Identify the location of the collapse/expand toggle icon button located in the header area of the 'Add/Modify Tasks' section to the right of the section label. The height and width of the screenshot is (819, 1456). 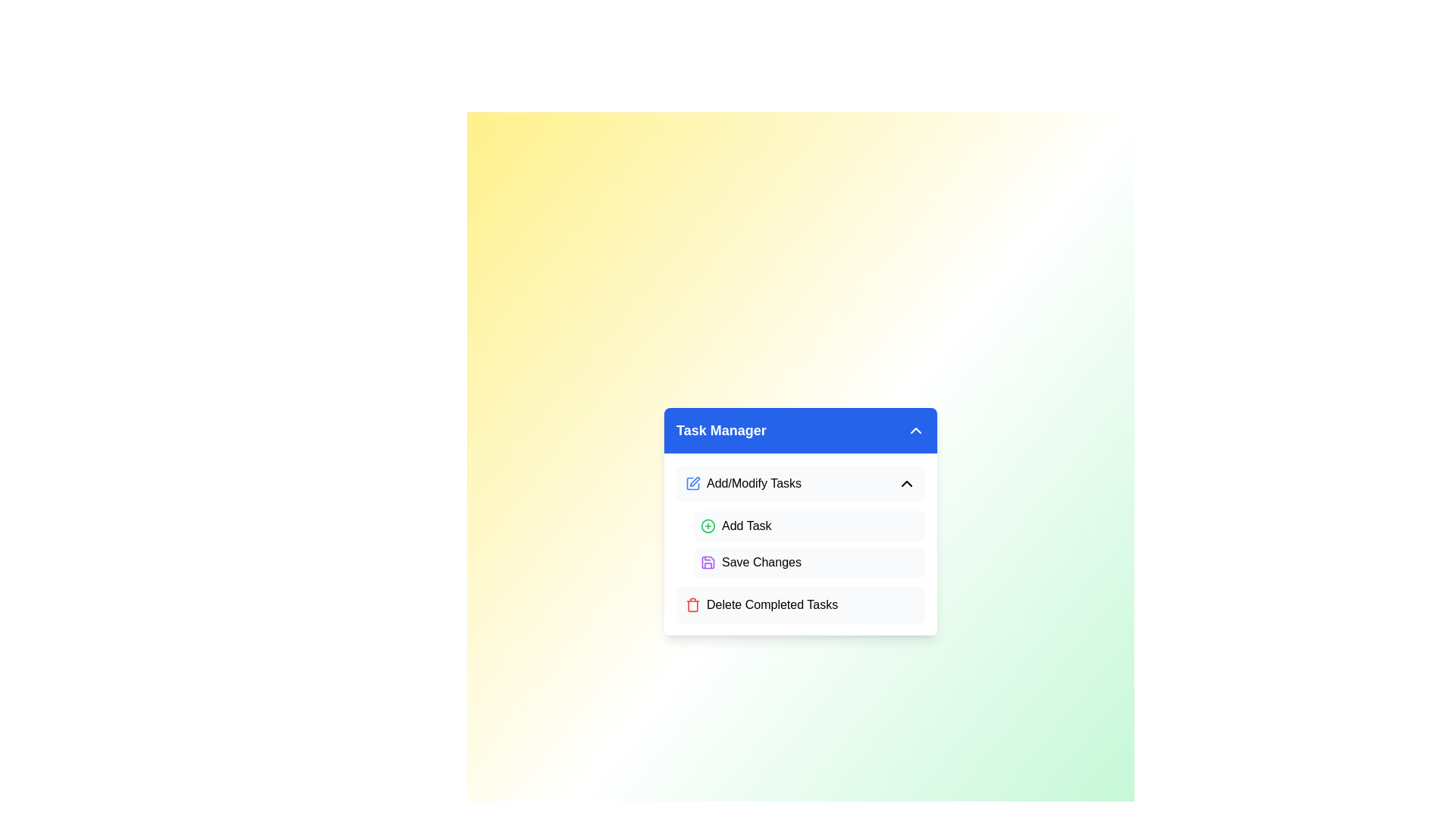
(906, 483).